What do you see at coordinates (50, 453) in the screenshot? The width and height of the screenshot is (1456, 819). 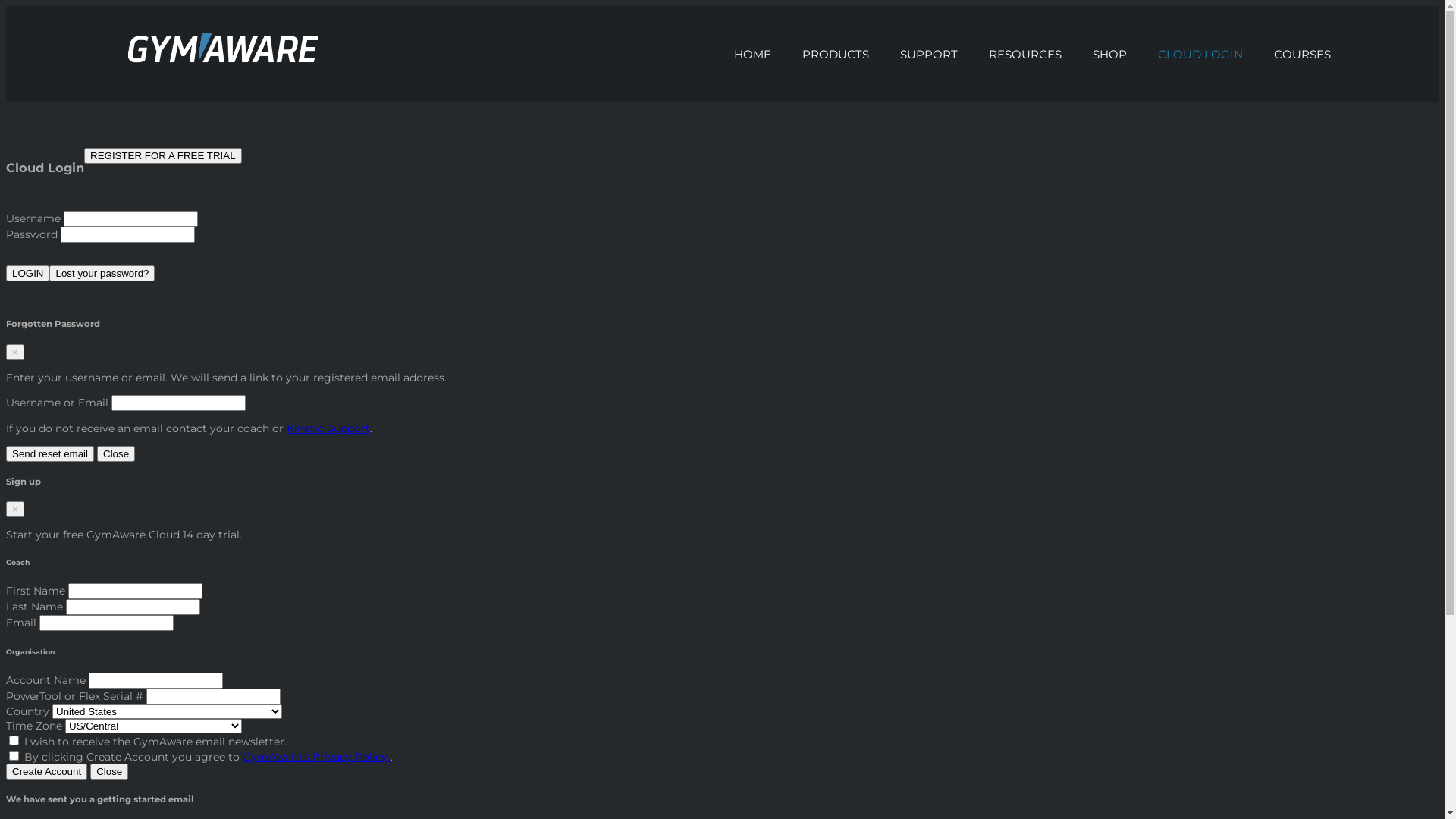 I see `'Send reset email'` at bounding box center [50, 453].